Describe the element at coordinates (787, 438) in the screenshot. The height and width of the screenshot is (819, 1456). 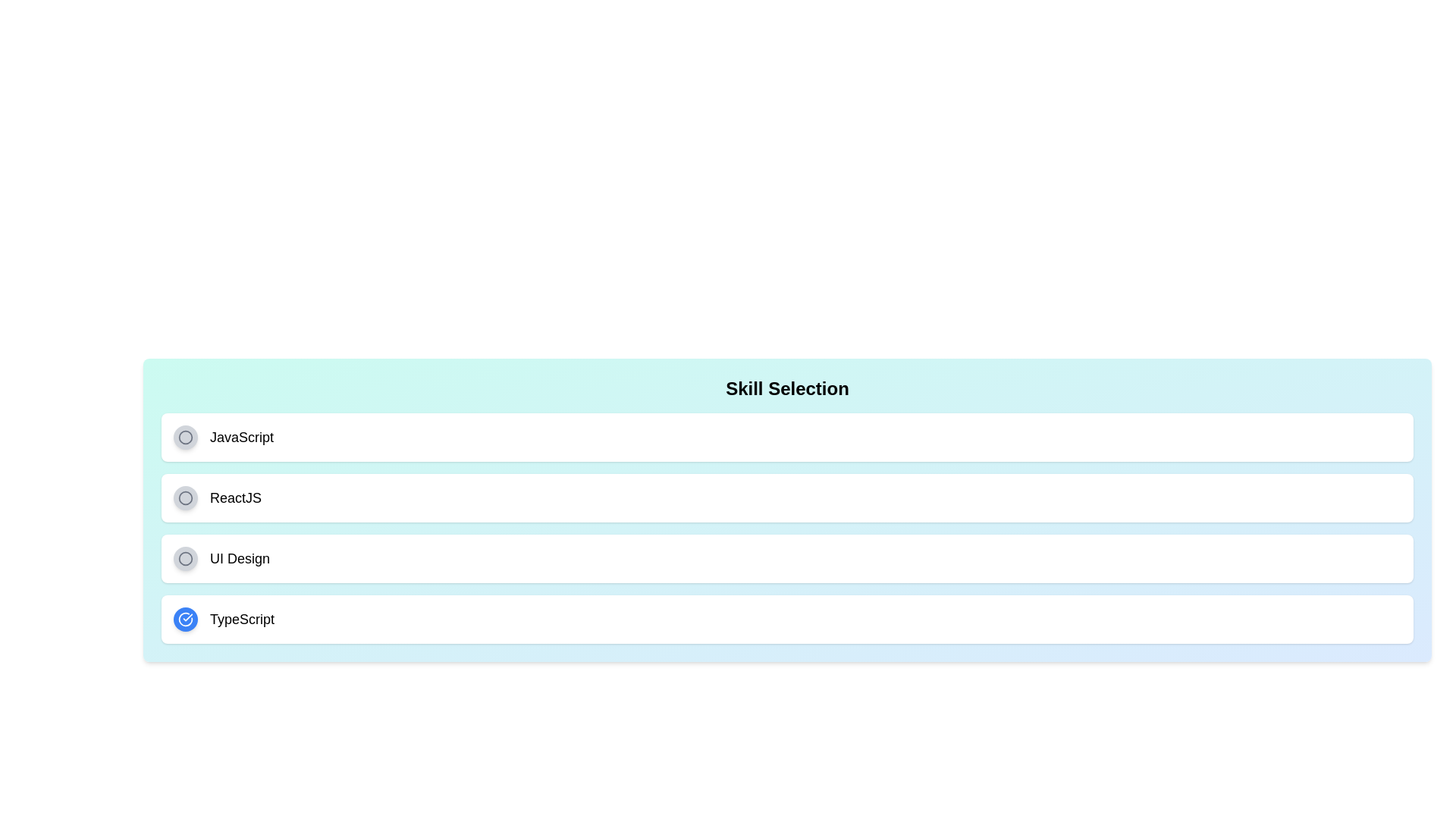
I see `the skill item JavaScript` at that location.